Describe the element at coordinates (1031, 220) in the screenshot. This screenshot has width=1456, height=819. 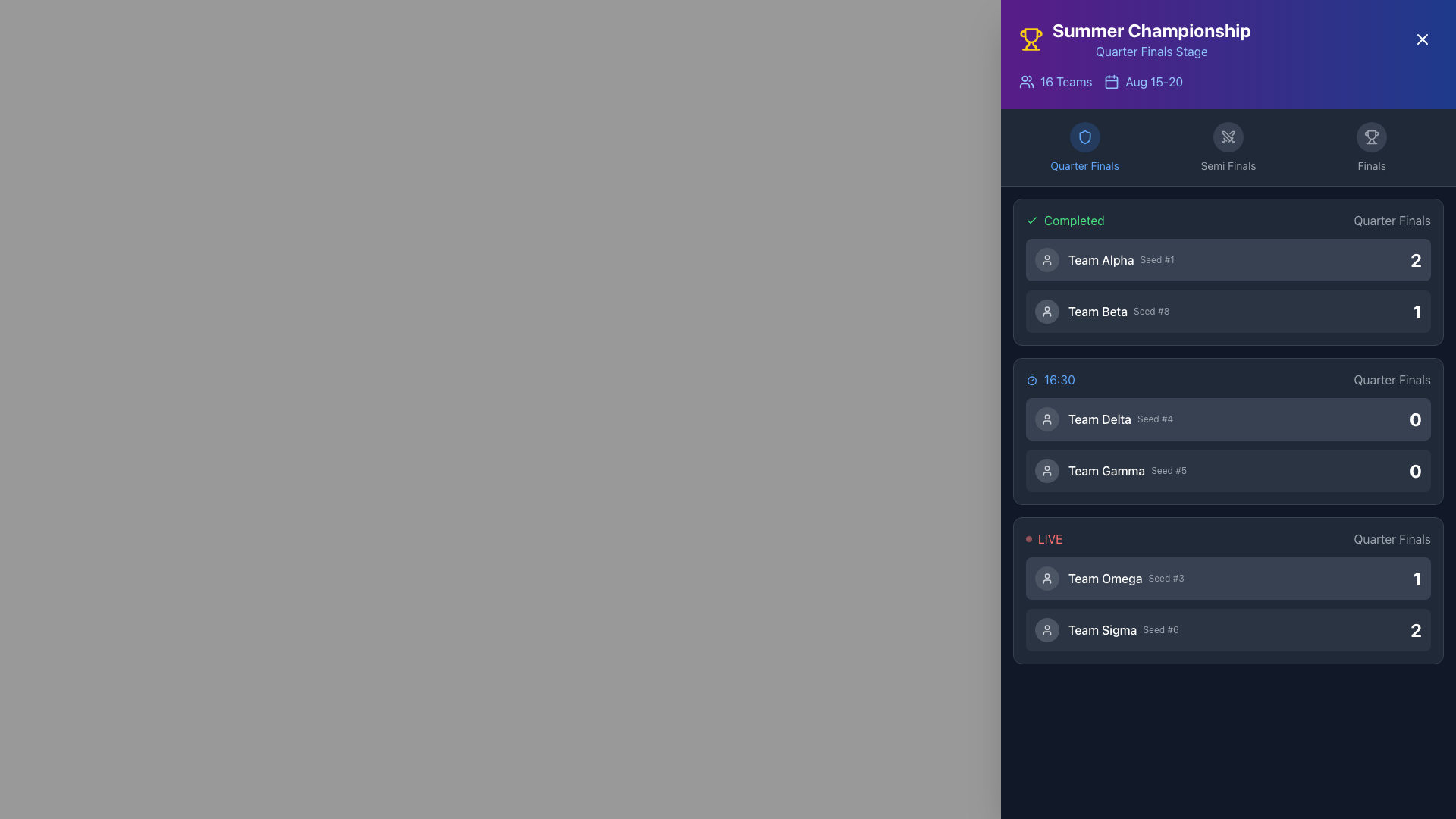
I see `the completion status icon located to the left of the 'Completed' label in the sidebar interface` at that location.